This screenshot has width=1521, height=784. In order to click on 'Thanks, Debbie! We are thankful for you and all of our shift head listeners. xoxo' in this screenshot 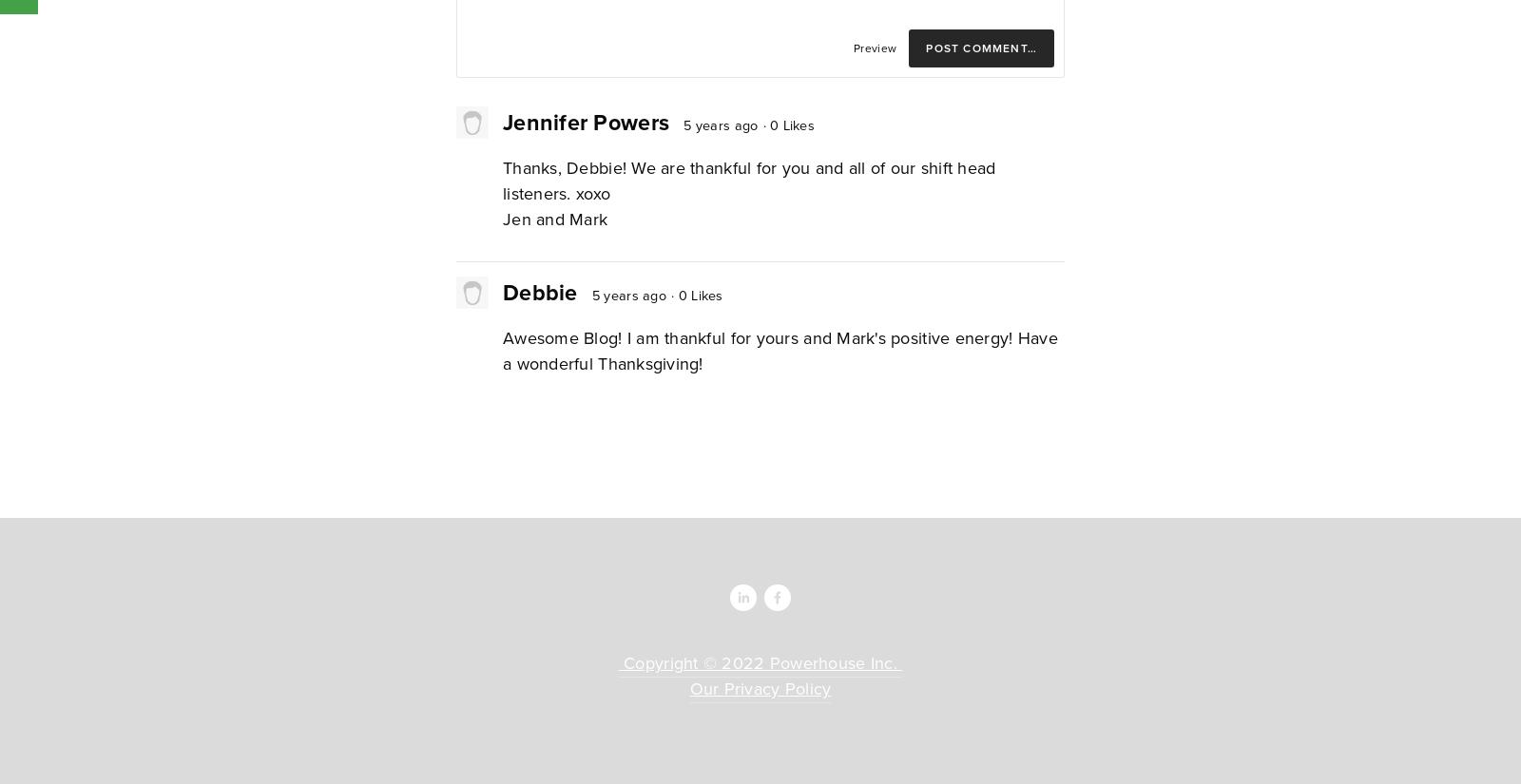, I will do `click(501, 180)`.